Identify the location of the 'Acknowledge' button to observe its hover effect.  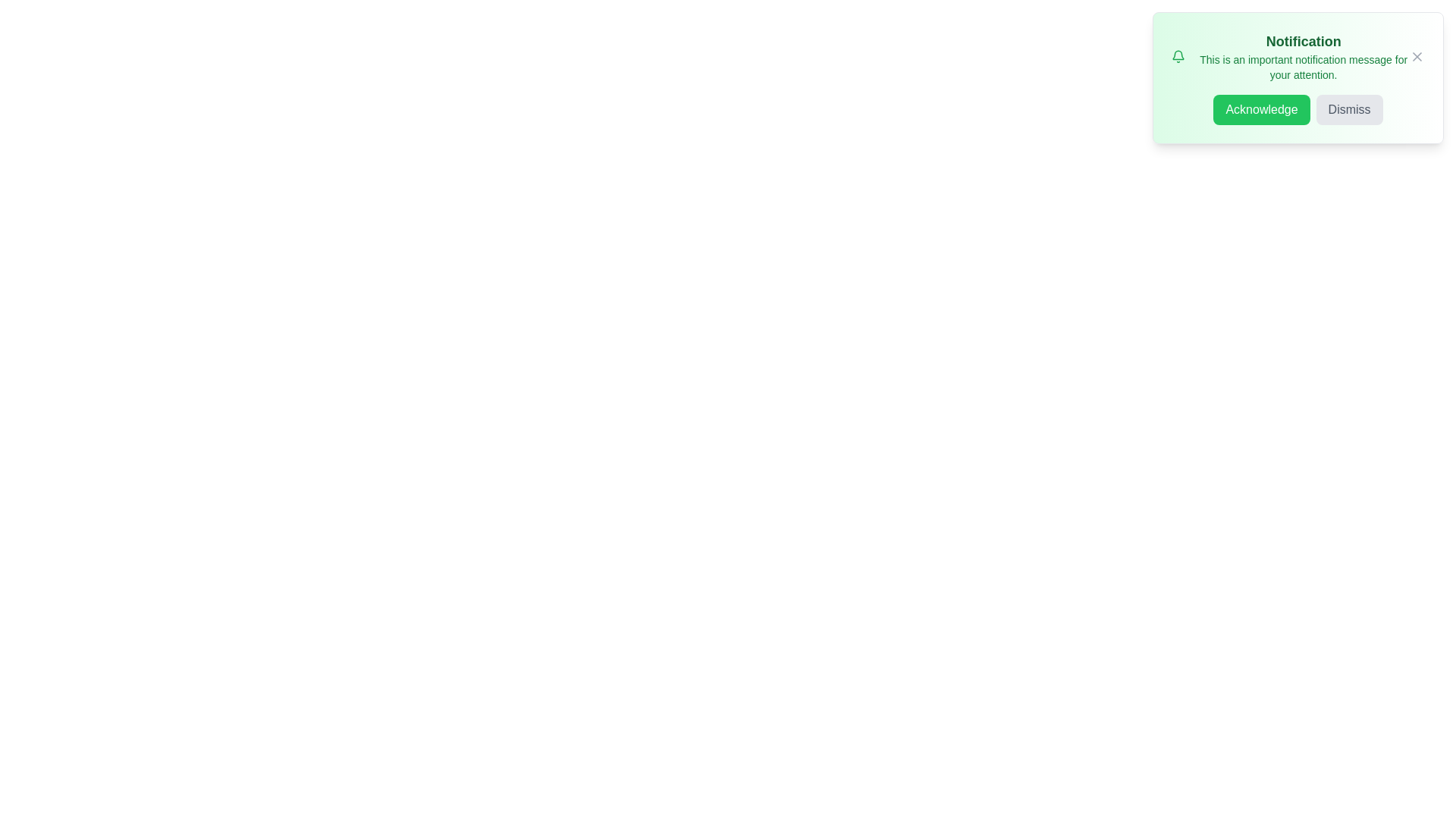
(1262, 109).